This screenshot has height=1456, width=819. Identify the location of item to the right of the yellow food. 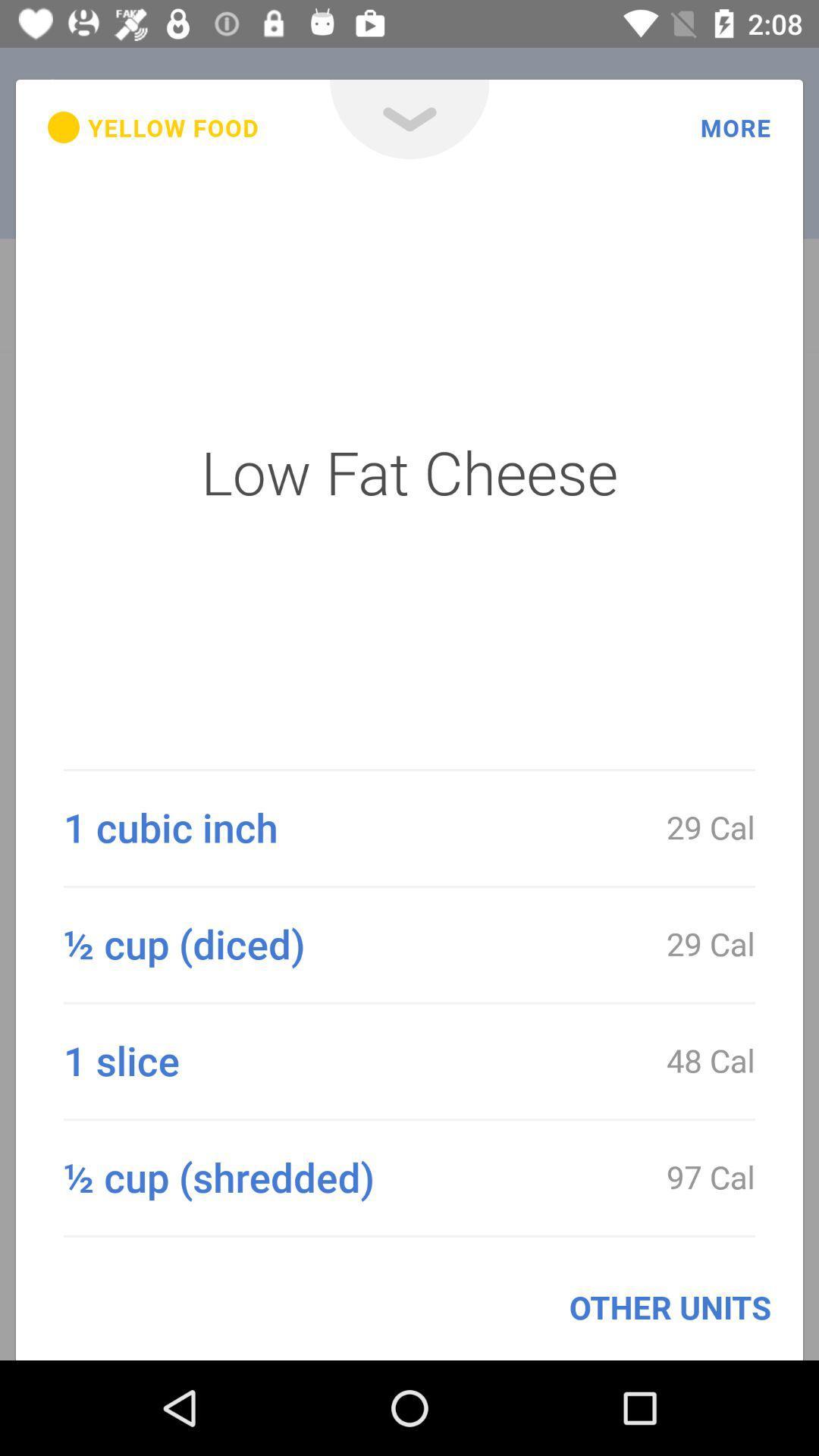
(409, 118).